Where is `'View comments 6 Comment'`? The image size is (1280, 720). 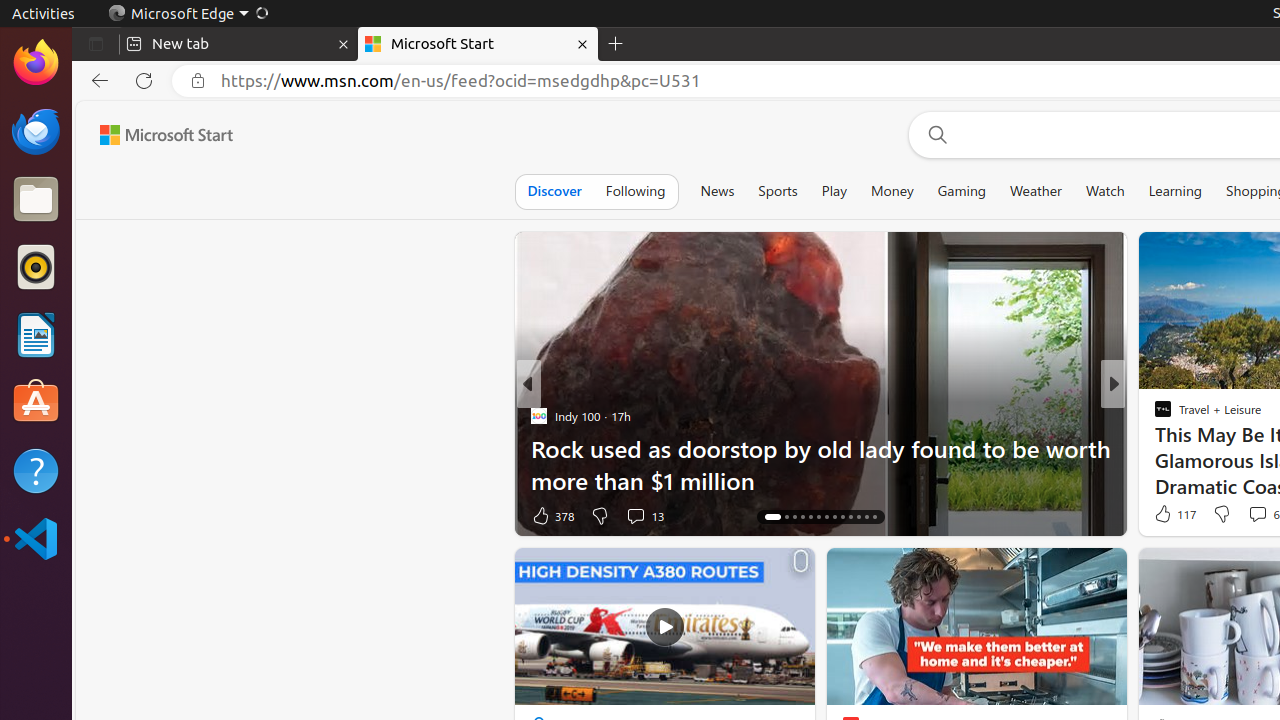
'View comments 6 Comment' is located at coordinates (1256, 513).